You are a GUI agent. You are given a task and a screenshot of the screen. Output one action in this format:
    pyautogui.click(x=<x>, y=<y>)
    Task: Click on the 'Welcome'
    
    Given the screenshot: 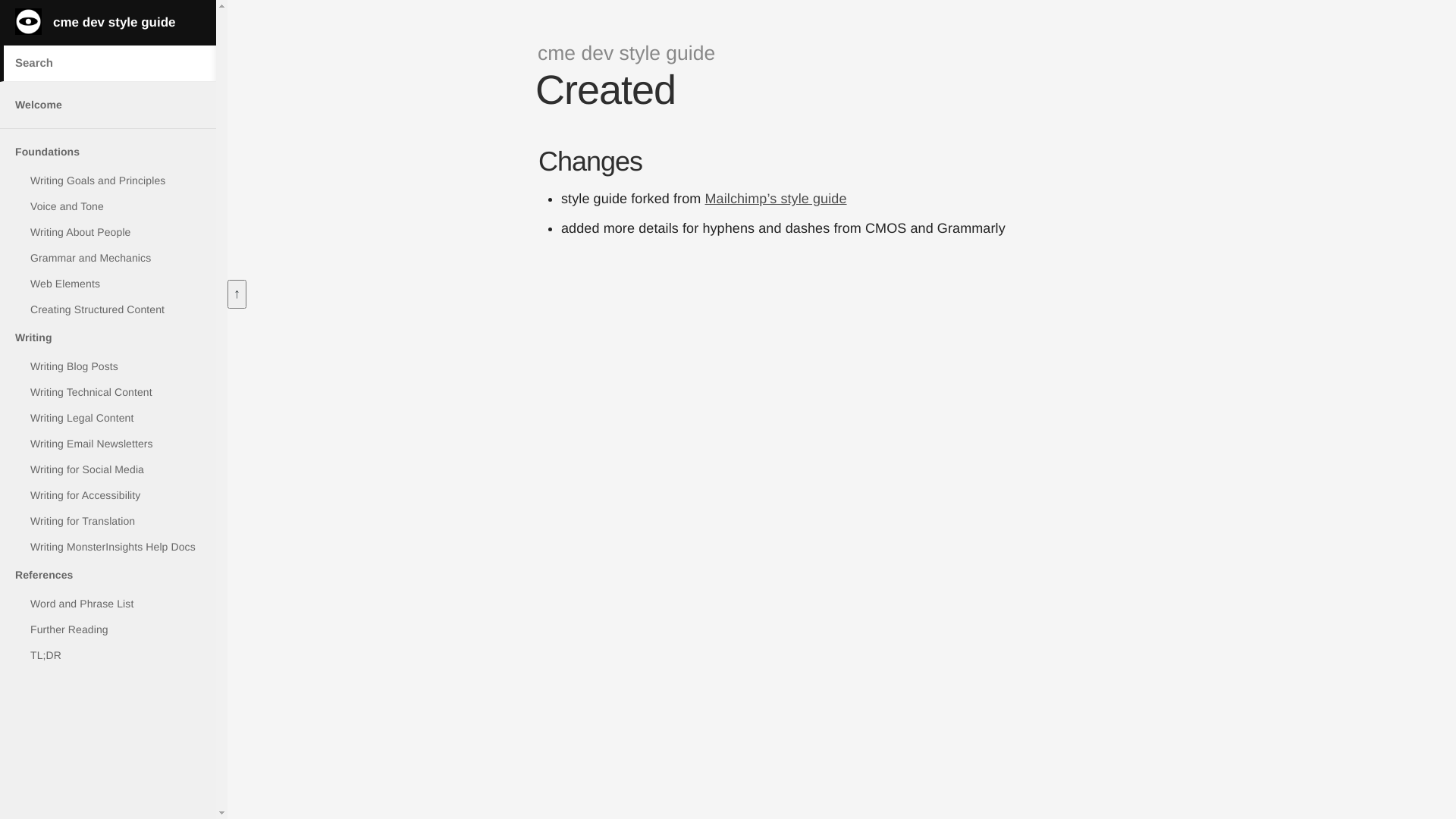 What is the action you would take?
    pyautogui.click(x=107, y=104)
    